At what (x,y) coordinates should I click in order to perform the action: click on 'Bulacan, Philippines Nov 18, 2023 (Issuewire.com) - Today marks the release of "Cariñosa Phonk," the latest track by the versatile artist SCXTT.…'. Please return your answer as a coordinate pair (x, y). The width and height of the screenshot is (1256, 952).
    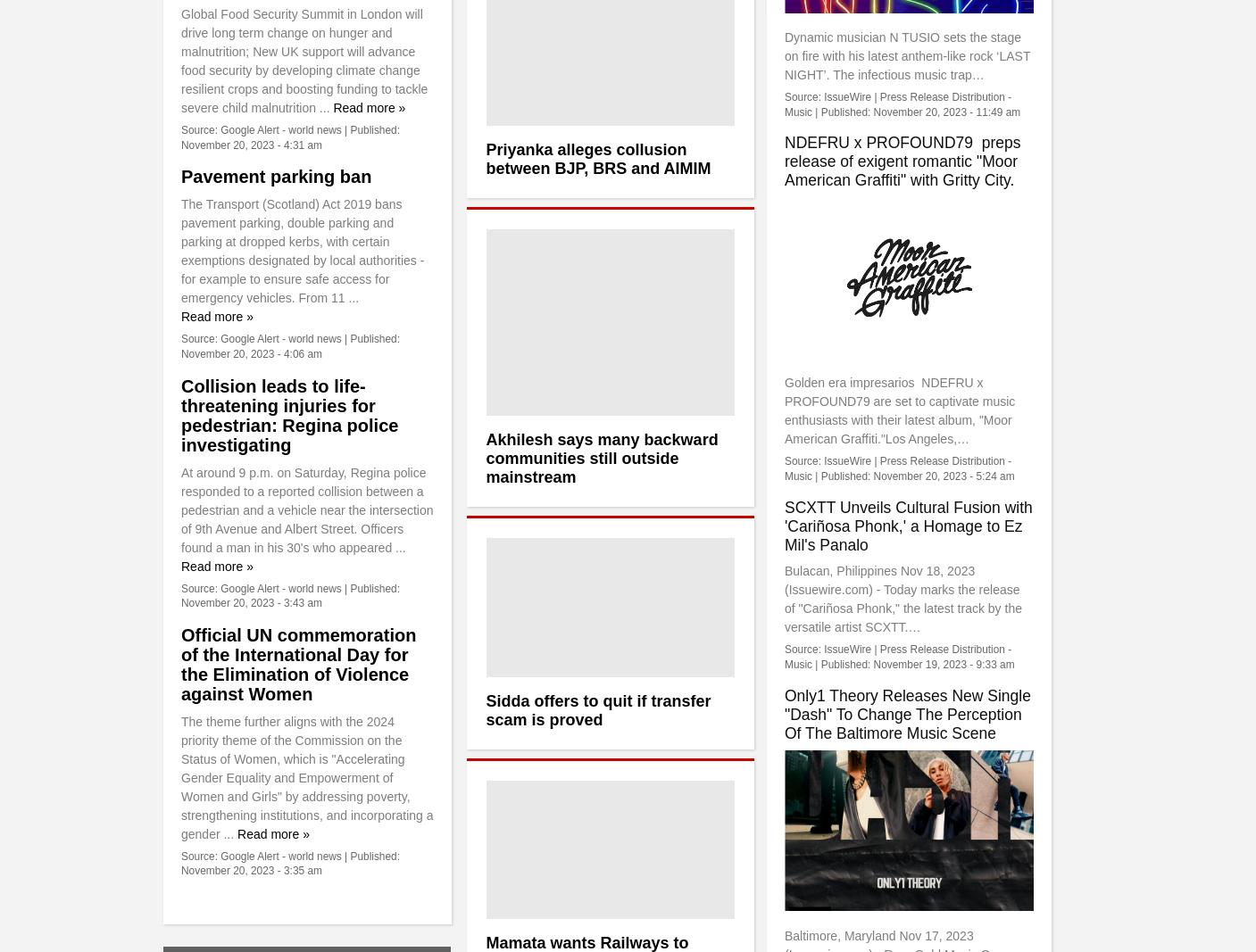
    Looking at the image, I should click on (783, 599).